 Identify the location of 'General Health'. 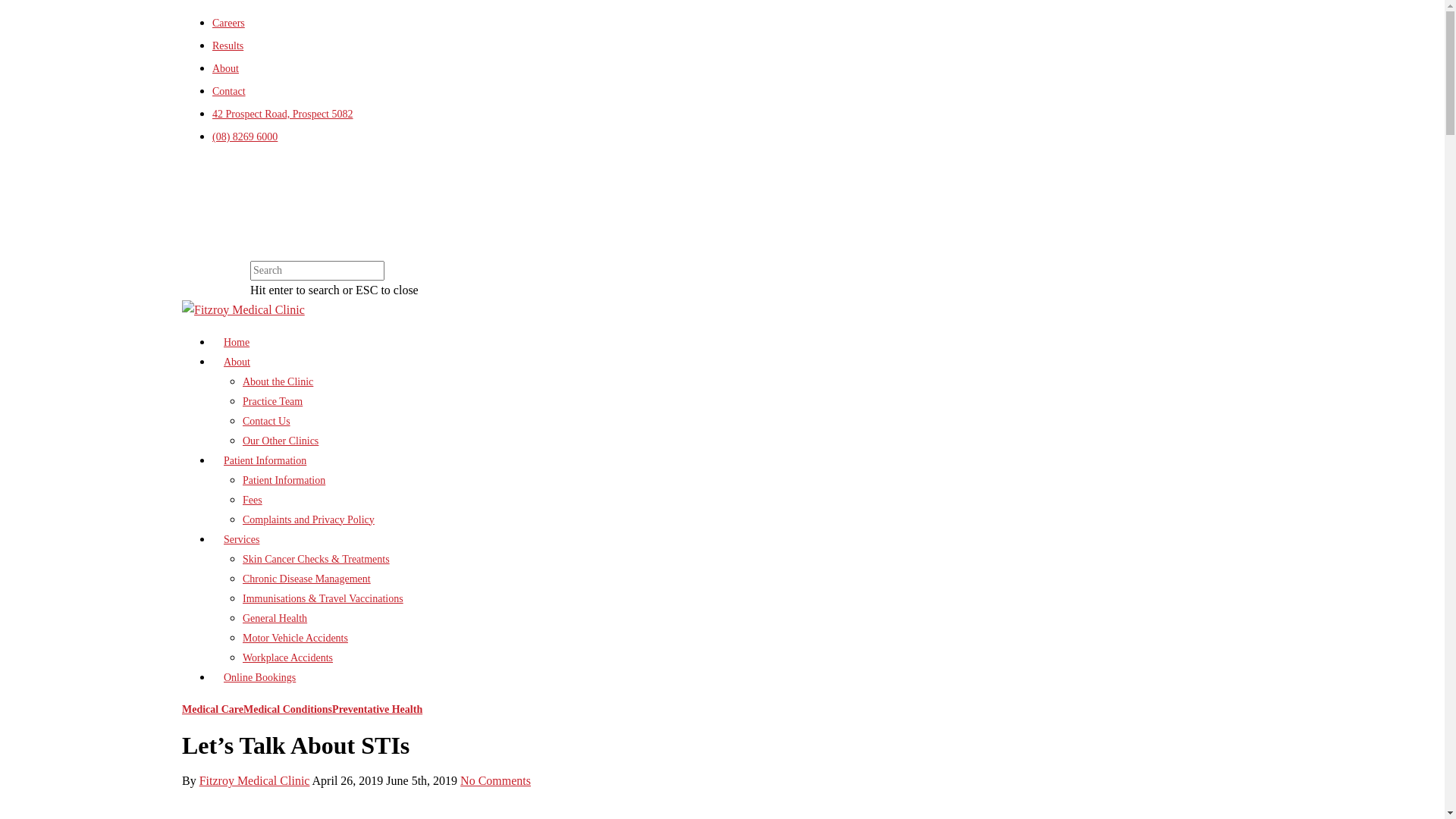
(275, 618).